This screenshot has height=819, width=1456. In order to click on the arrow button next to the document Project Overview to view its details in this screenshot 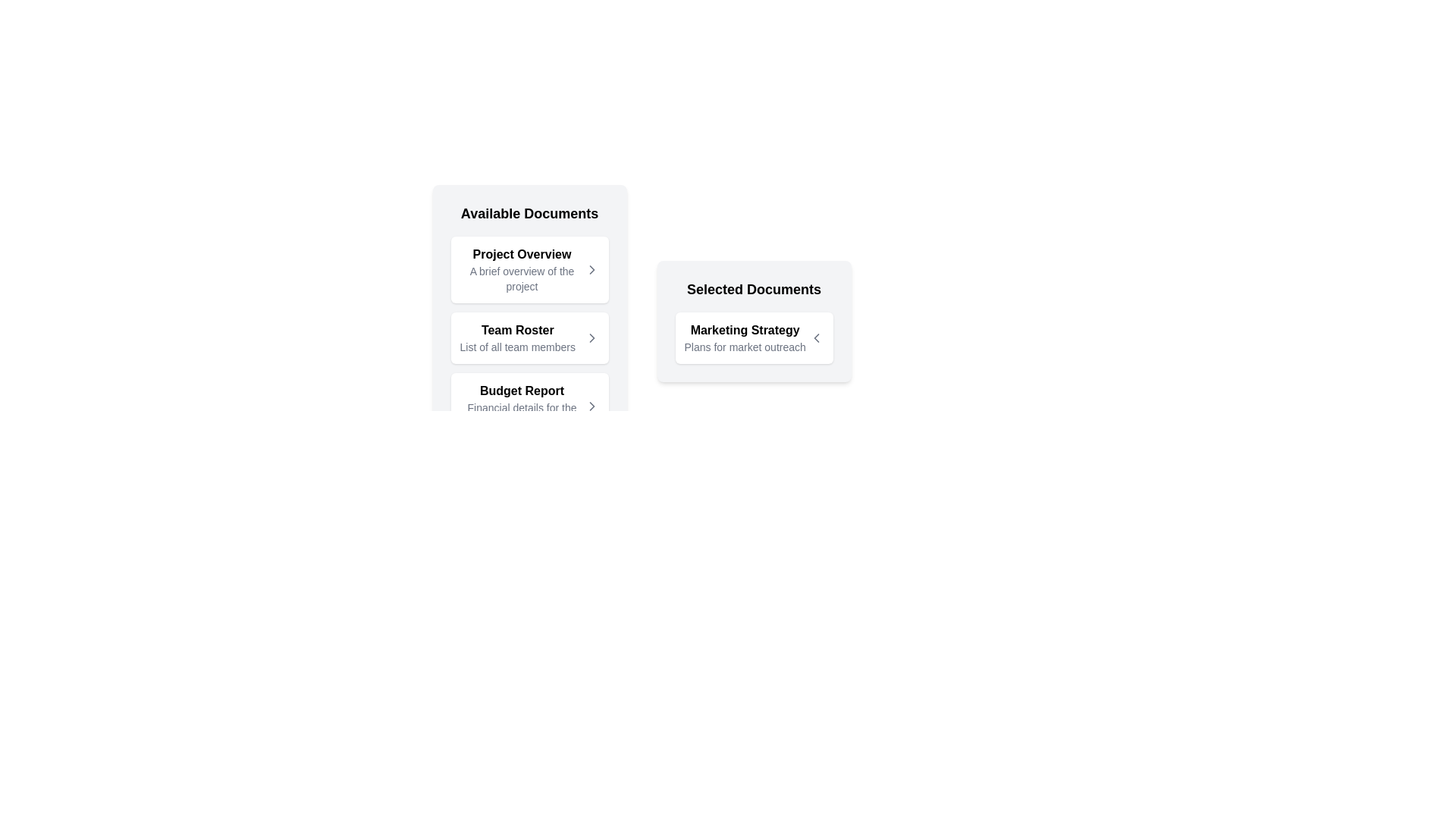, I will do `click(591, 268)`.